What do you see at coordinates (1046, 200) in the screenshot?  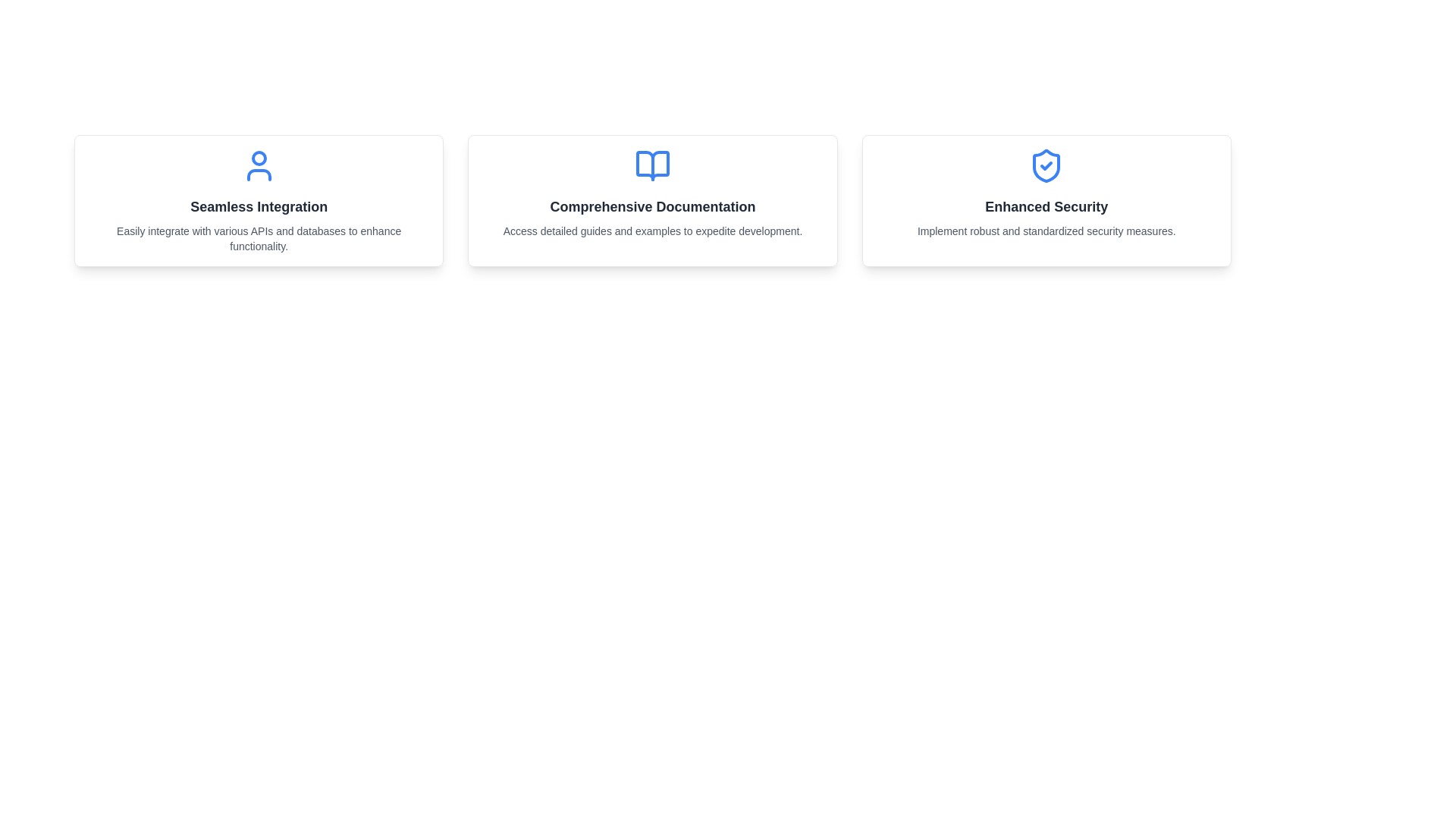 I see `the Information card that provides details about enhanced security capabilities, located in the rightmost column of the UI grid layout` at bounding box center [1046, 200].